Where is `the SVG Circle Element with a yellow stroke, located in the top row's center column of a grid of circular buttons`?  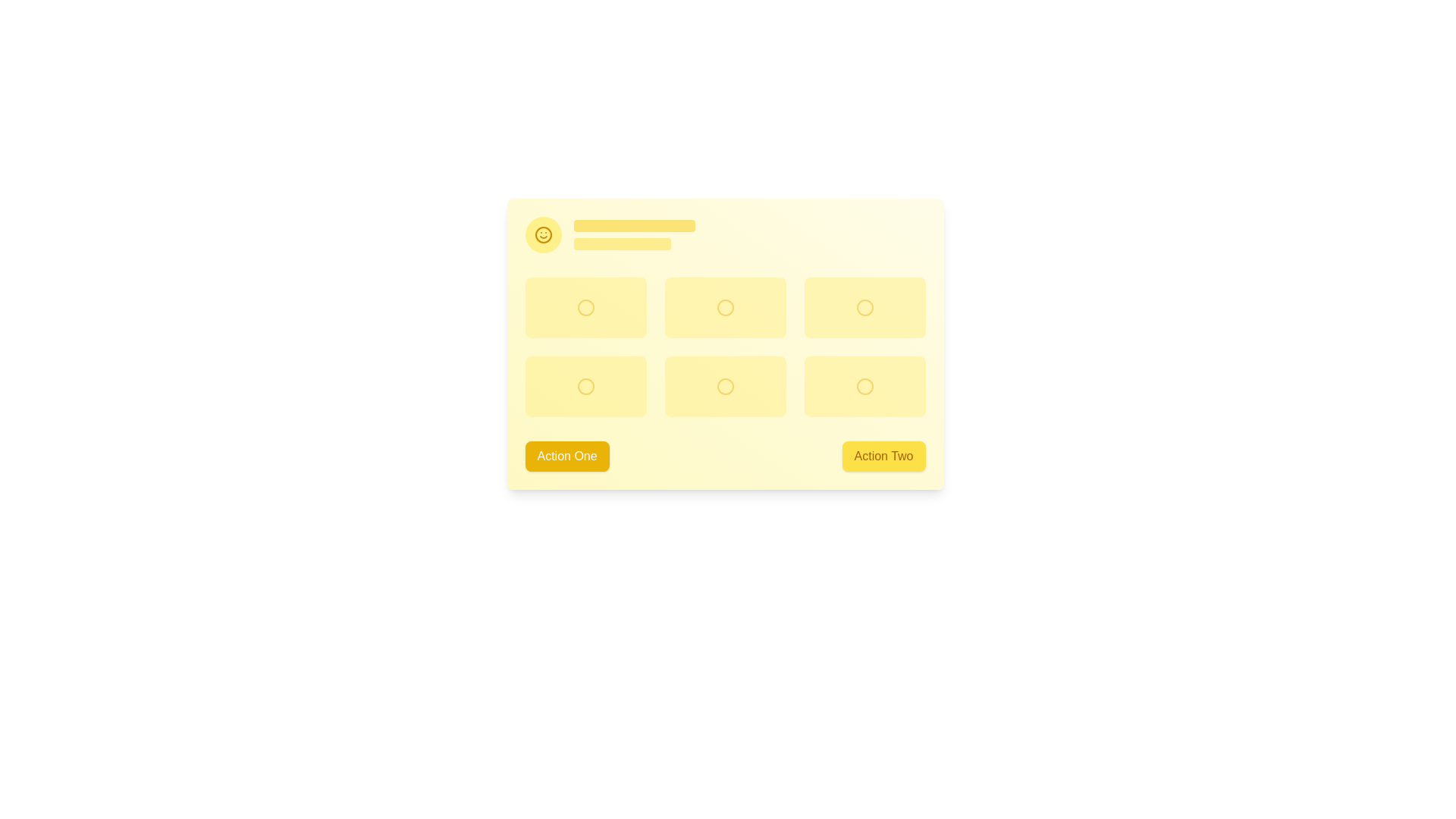
the SVG Circle Element with a yellow stroke, located in the top row's center column of a grid of circular buttons is located at coordinates (724, 307).